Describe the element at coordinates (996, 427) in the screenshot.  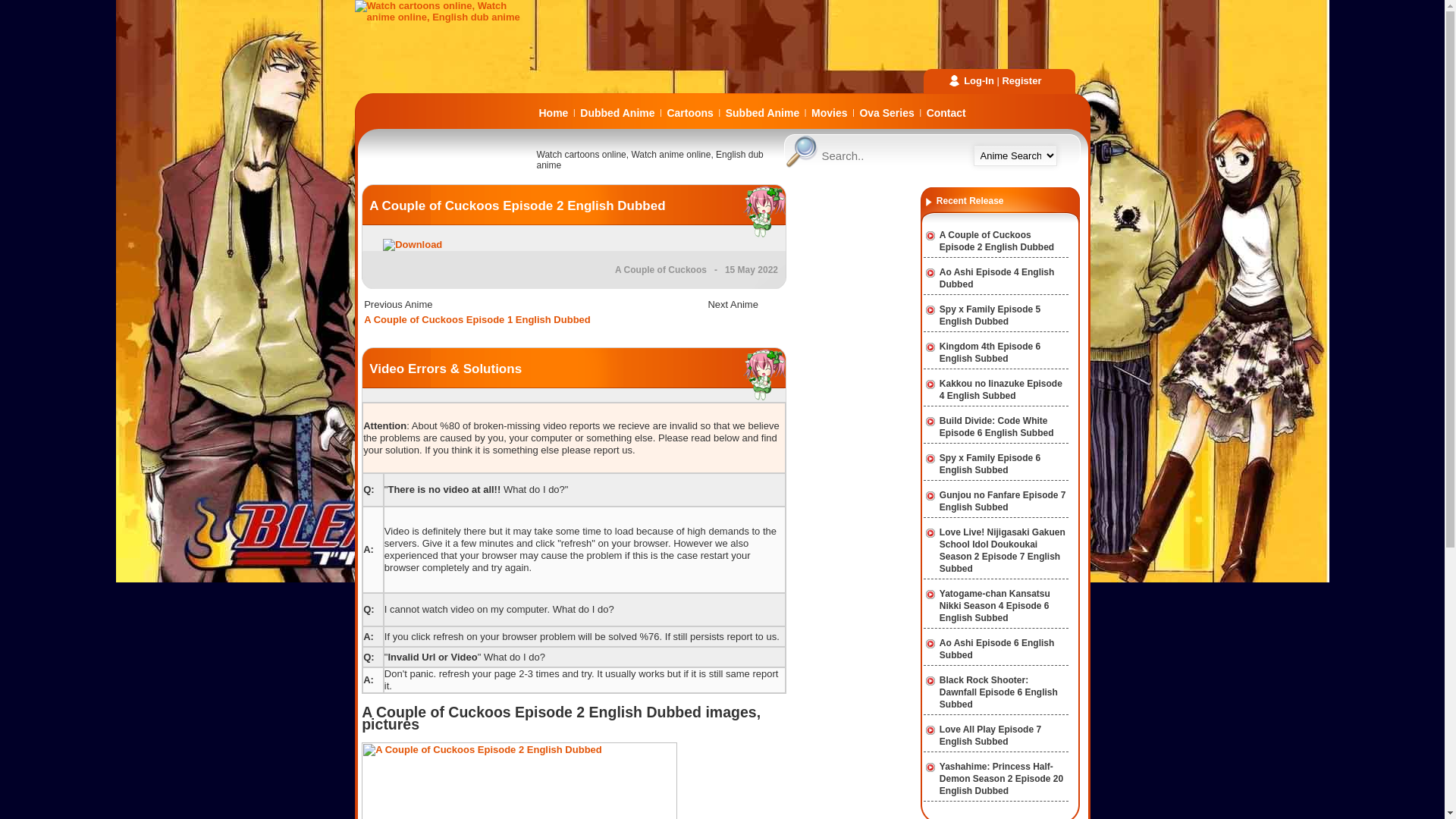
I see `'Build Divide: Code White Episode 6 English Subbed'` at that location.